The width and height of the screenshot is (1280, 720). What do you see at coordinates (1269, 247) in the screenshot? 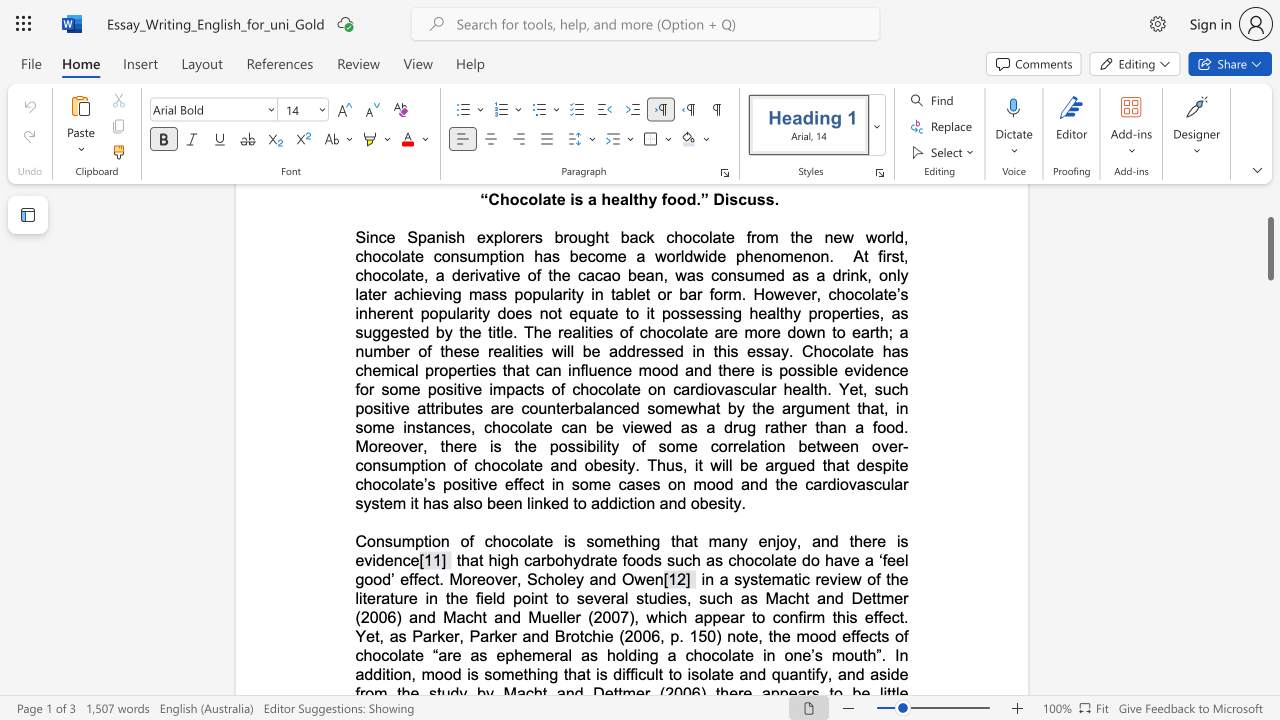
I see `the scrollbar and move up 10 pixels` at bounding box center [1269, 247].